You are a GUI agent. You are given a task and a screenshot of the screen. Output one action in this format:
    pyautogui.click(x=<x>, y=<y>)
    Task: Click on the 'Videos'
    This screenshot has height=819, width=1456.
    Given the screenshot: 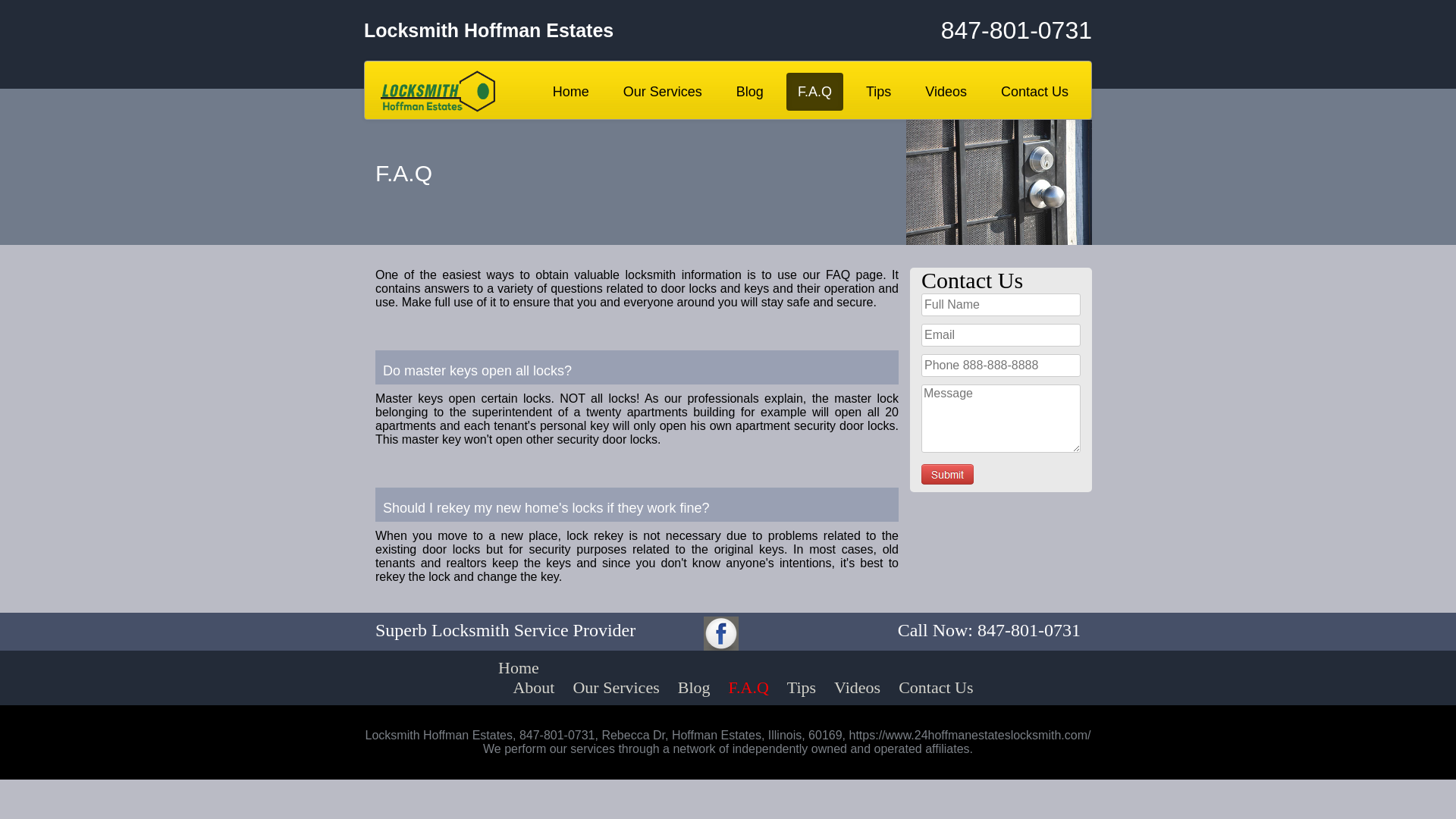 What is the action you would take?
    pyautogui.click(x=945, y=91)
    